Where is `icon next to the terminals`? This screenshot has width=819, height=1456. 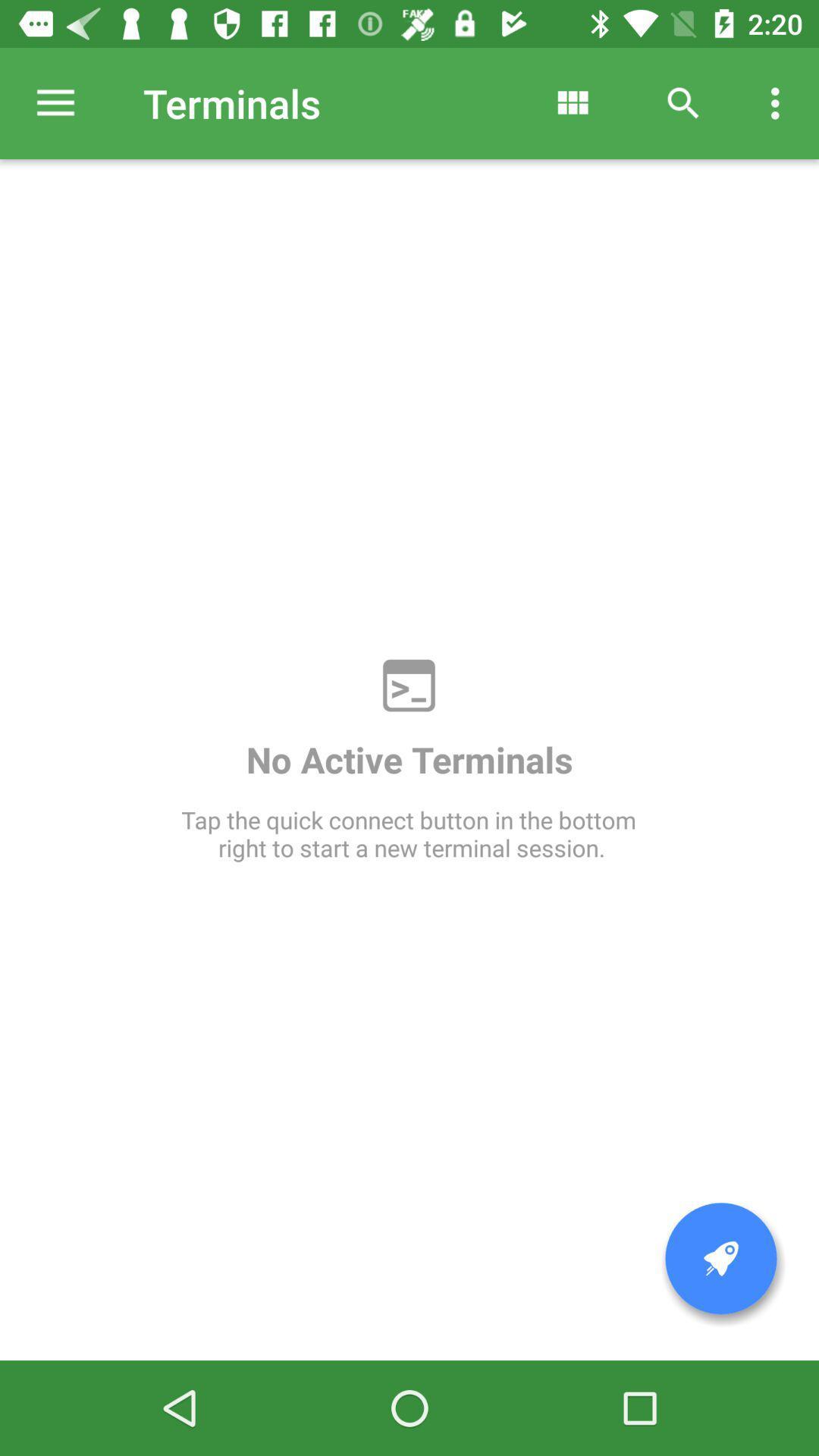 icon next to the terminals is located at coordinates (55, 102).